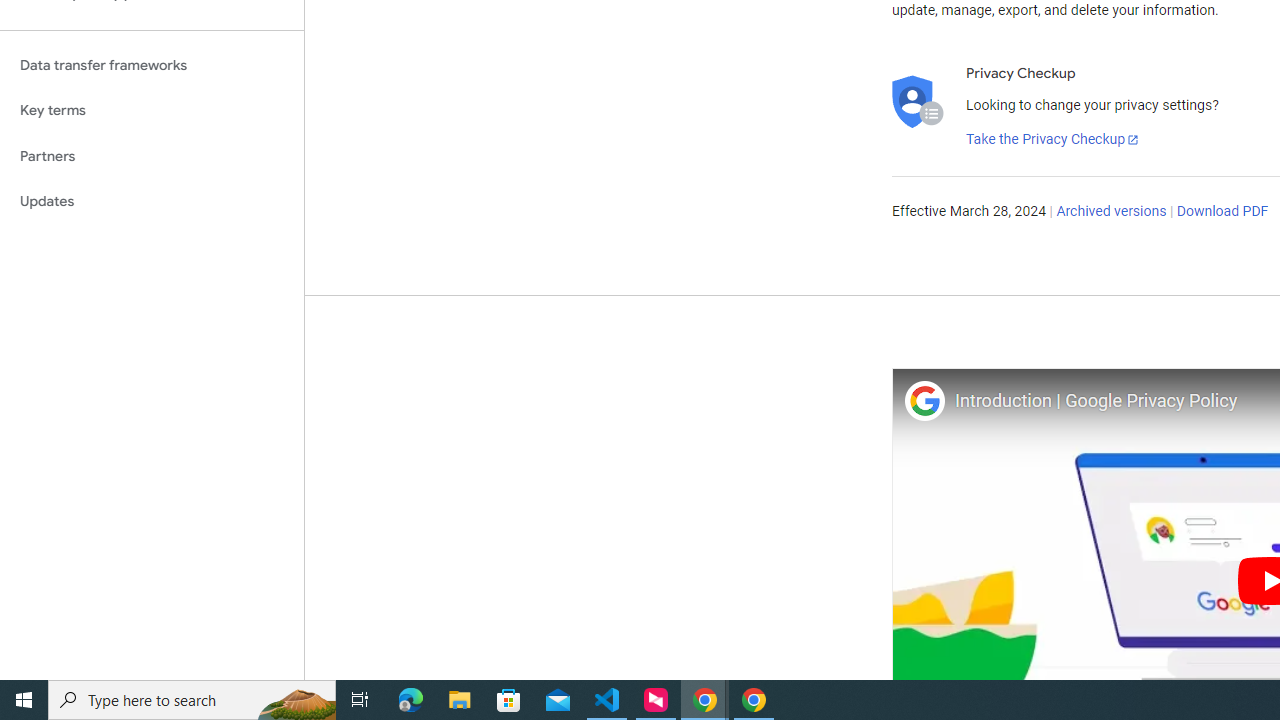 This screenshot has height=720, width=1280. What do you see at coordinates (151, 64) in the screenshot?
I see `'Data transfer frameworks'` at bounding box center [151, 64].